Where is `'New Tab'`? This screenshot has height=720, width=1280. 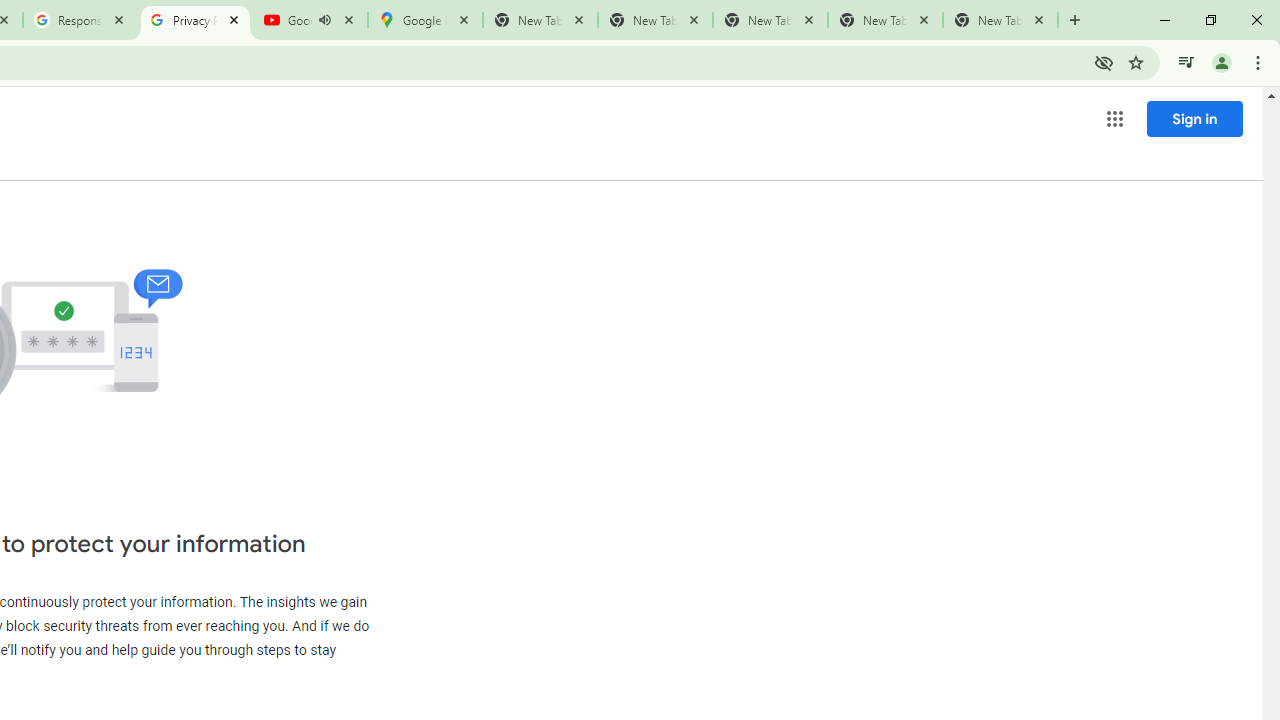
'New Tab' is located at coordinates (1000, 20).